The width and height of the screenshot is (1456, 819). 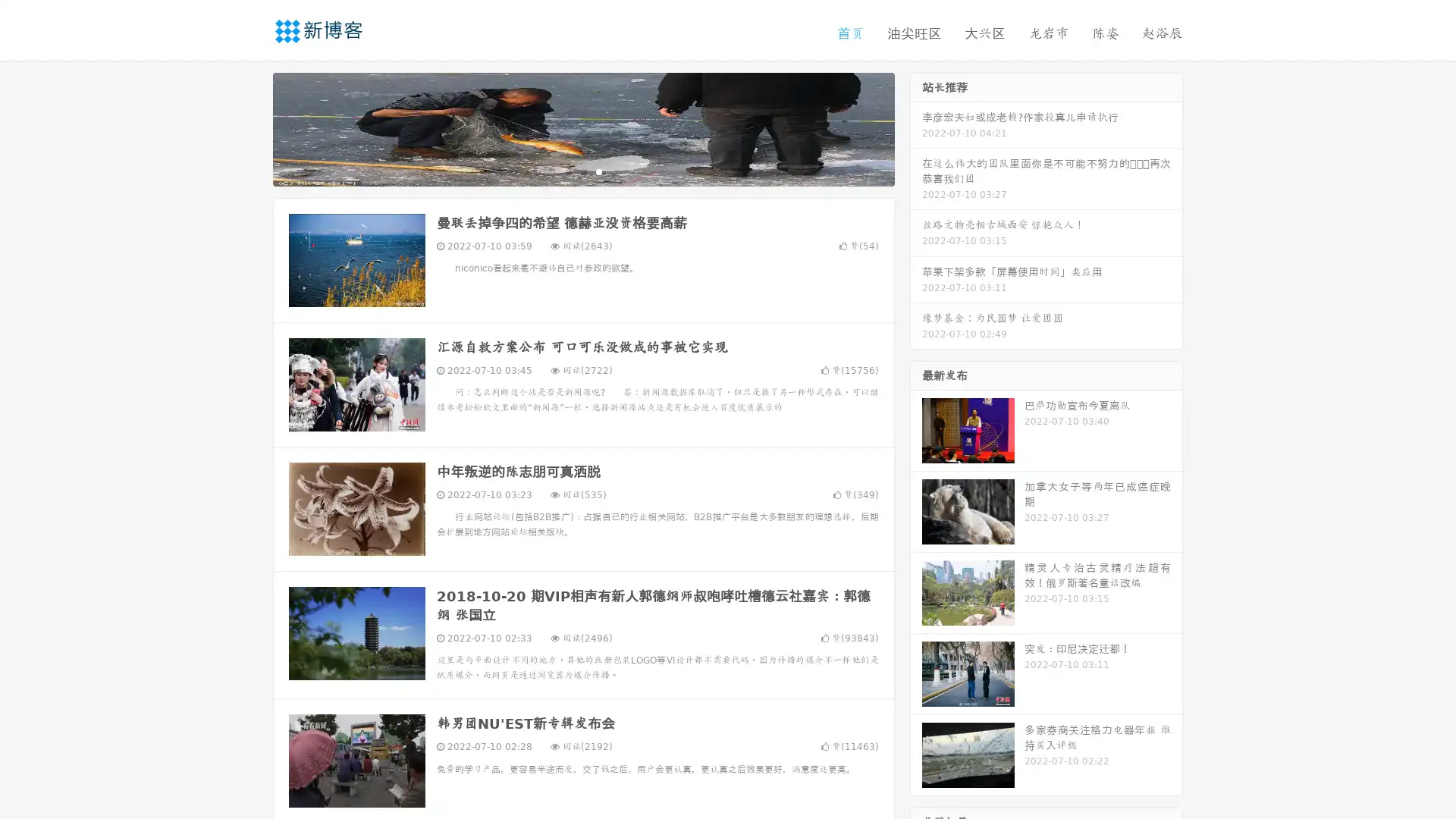 What do you see at coordinates (250, 127) in the screenshot?
I see `Previous slide` at bounding box center [250, 127].